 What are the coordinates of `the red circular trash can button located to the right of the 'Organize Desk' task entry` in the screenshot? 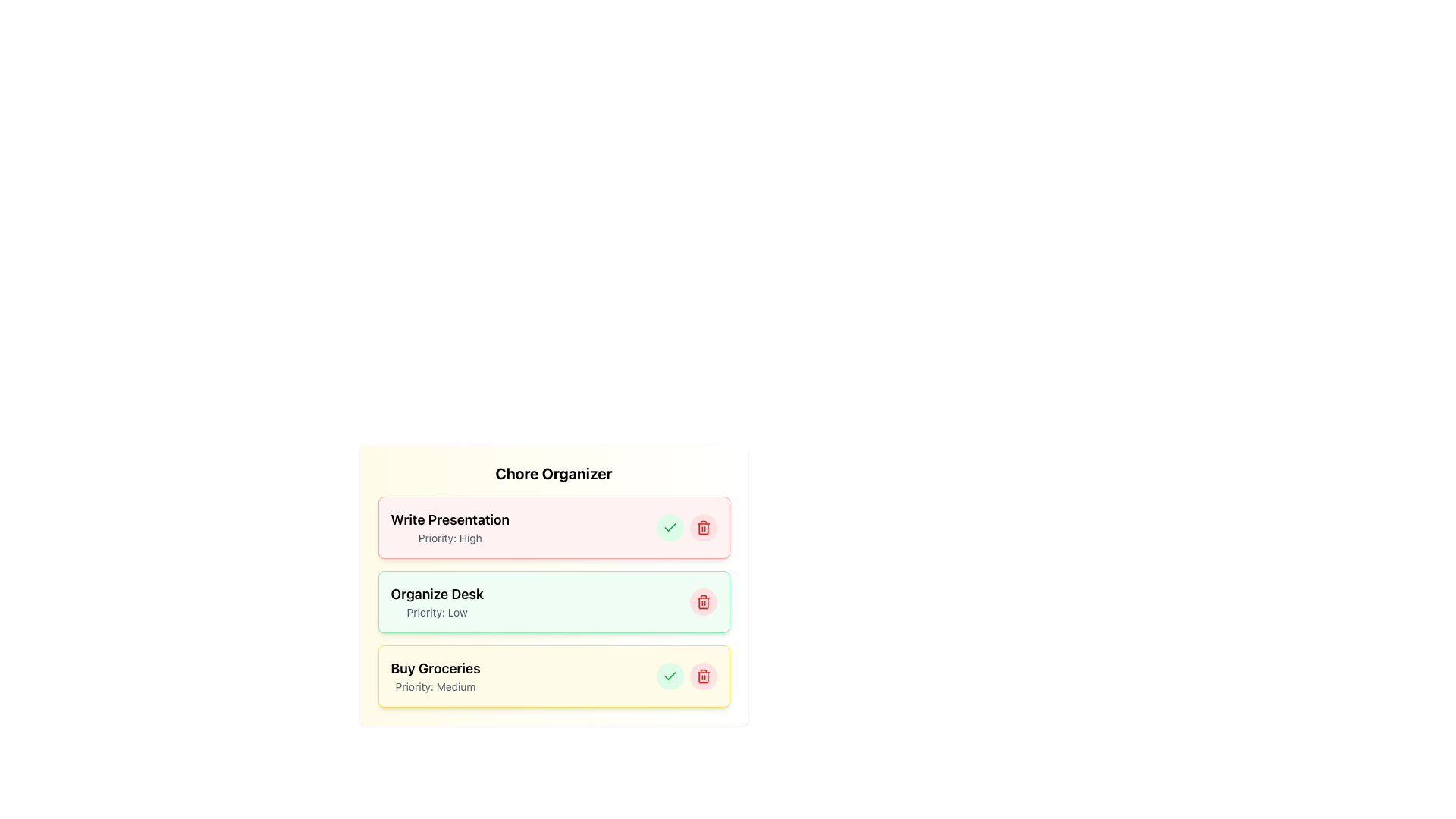 It's located at (702, 601).